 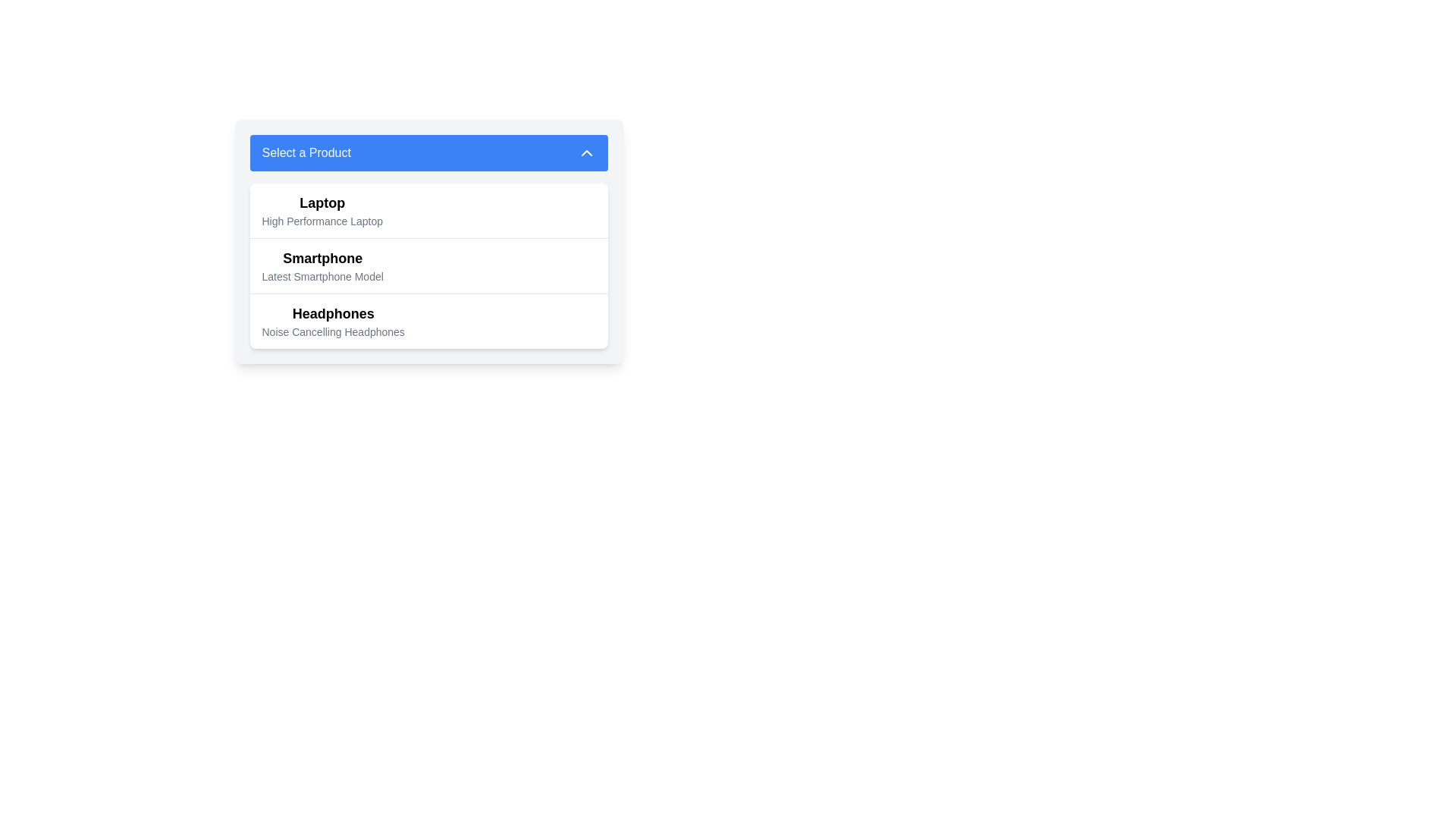 I want to click on text of the informational component displaying 'Laptop' and 'High Performance Laptop' which is the first item under 'Select a Product.', so click(x=322, y=210).